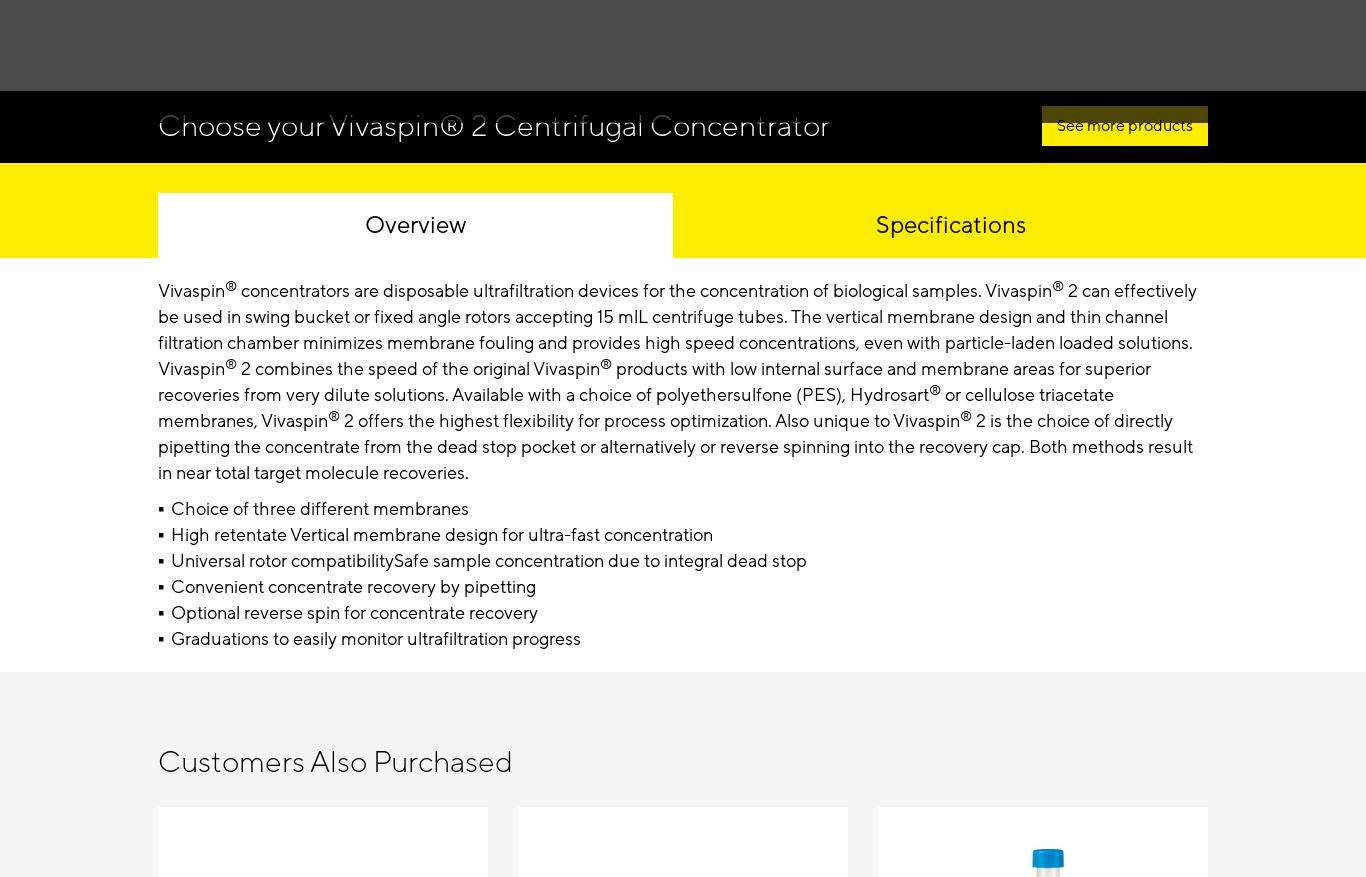 The height and width of the screenshot is (877, 1366). I want to click on 'or cellulose triacetate membranes, Vivaspin', so click(635, 406).